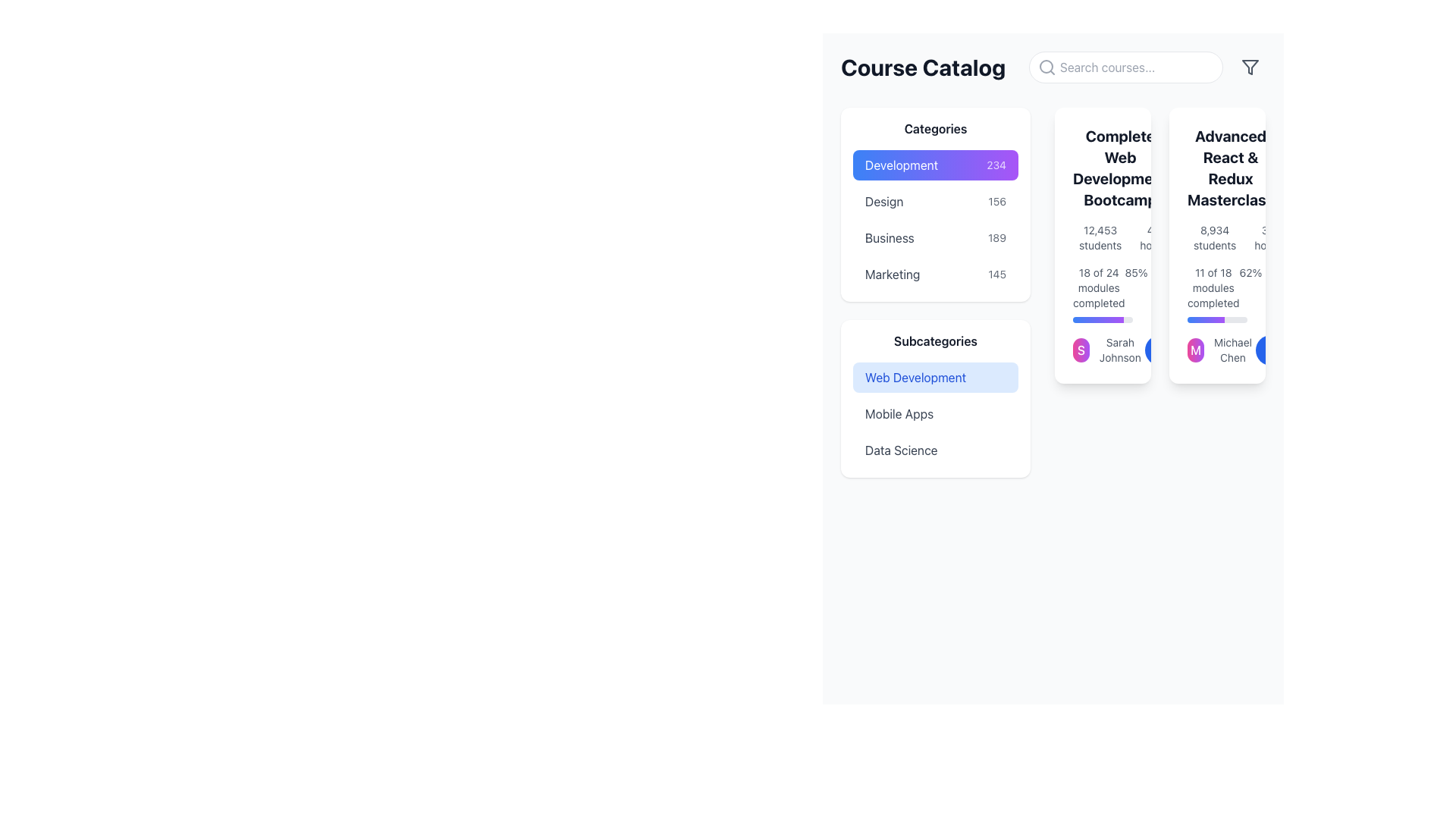  Describe the element at coordinates (1100, 237) in the screenshot. I see `the Text Label displaying '12,453 students' that is located in the card for 'Complete Web Development Bootcamp', positioned slightly above its vertical center and beside the '48 hours' text` at that location.